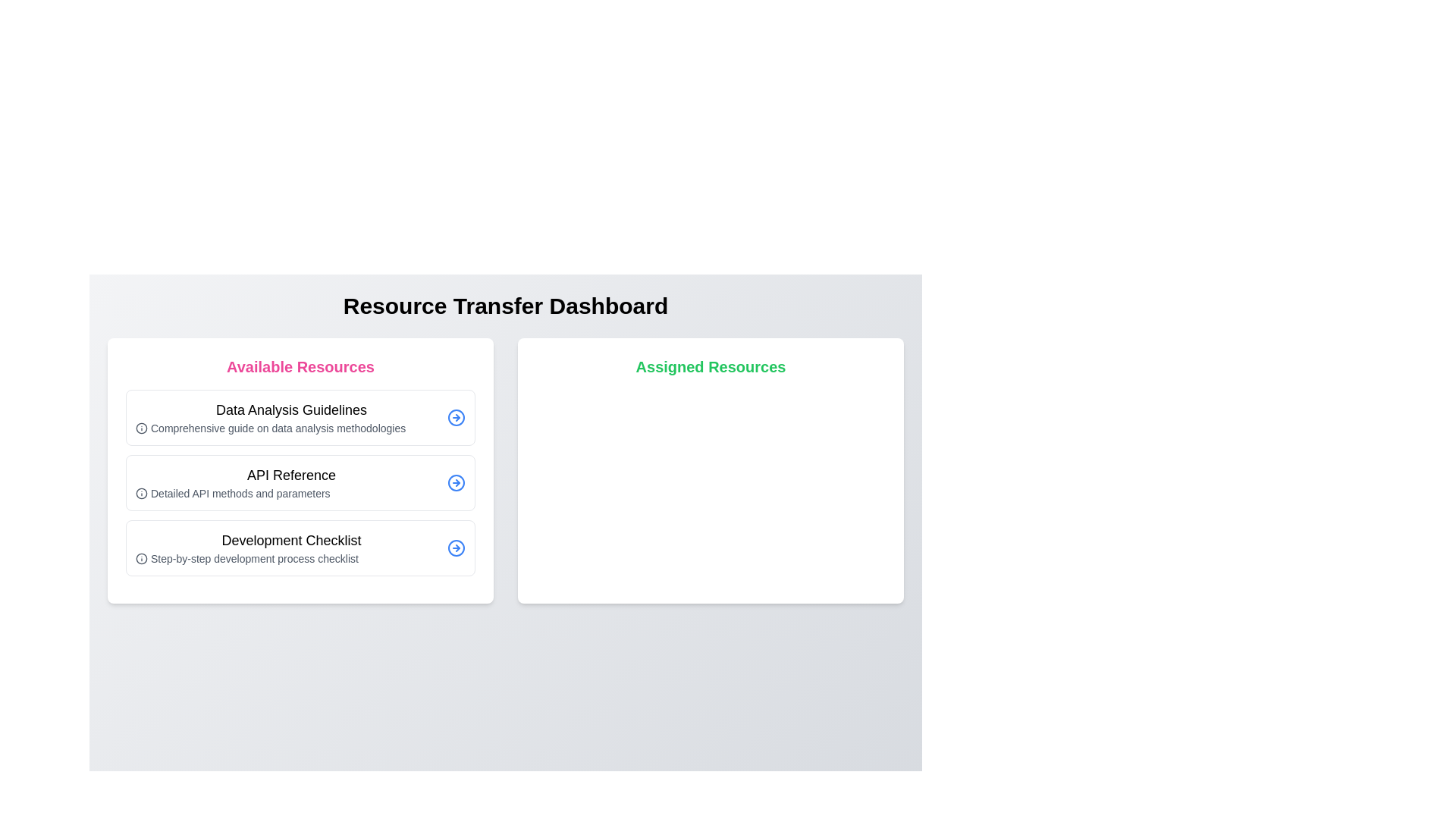  What do you see at coordinates (300, 418) in the screenshot?
I see `the Interactive Card in the 'Available Resources' section, which is the first entry among three cards` at bounding box center [300, 418].